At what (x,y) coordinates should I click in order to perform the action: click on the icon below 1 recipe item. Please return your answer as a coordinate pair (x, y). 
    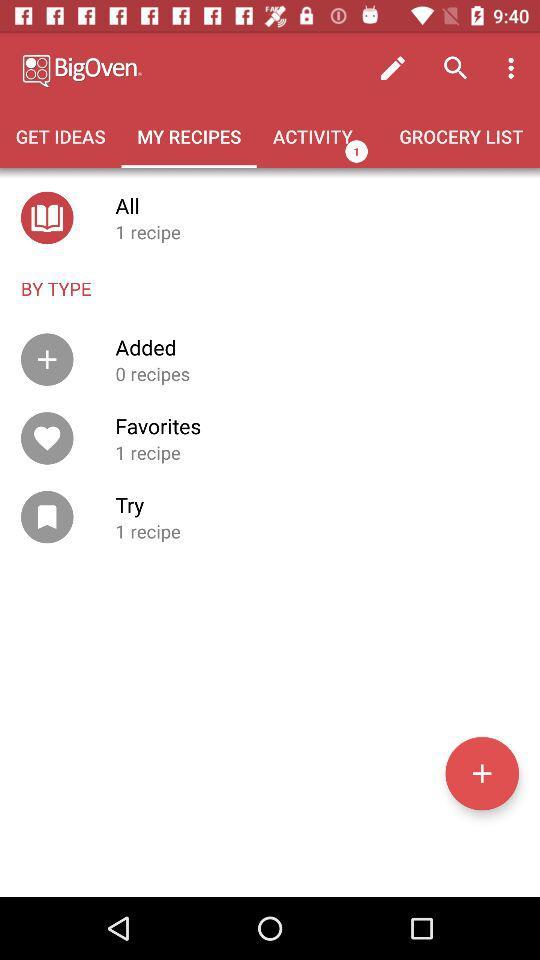
    Looking at the image, I should click on (481, 772).